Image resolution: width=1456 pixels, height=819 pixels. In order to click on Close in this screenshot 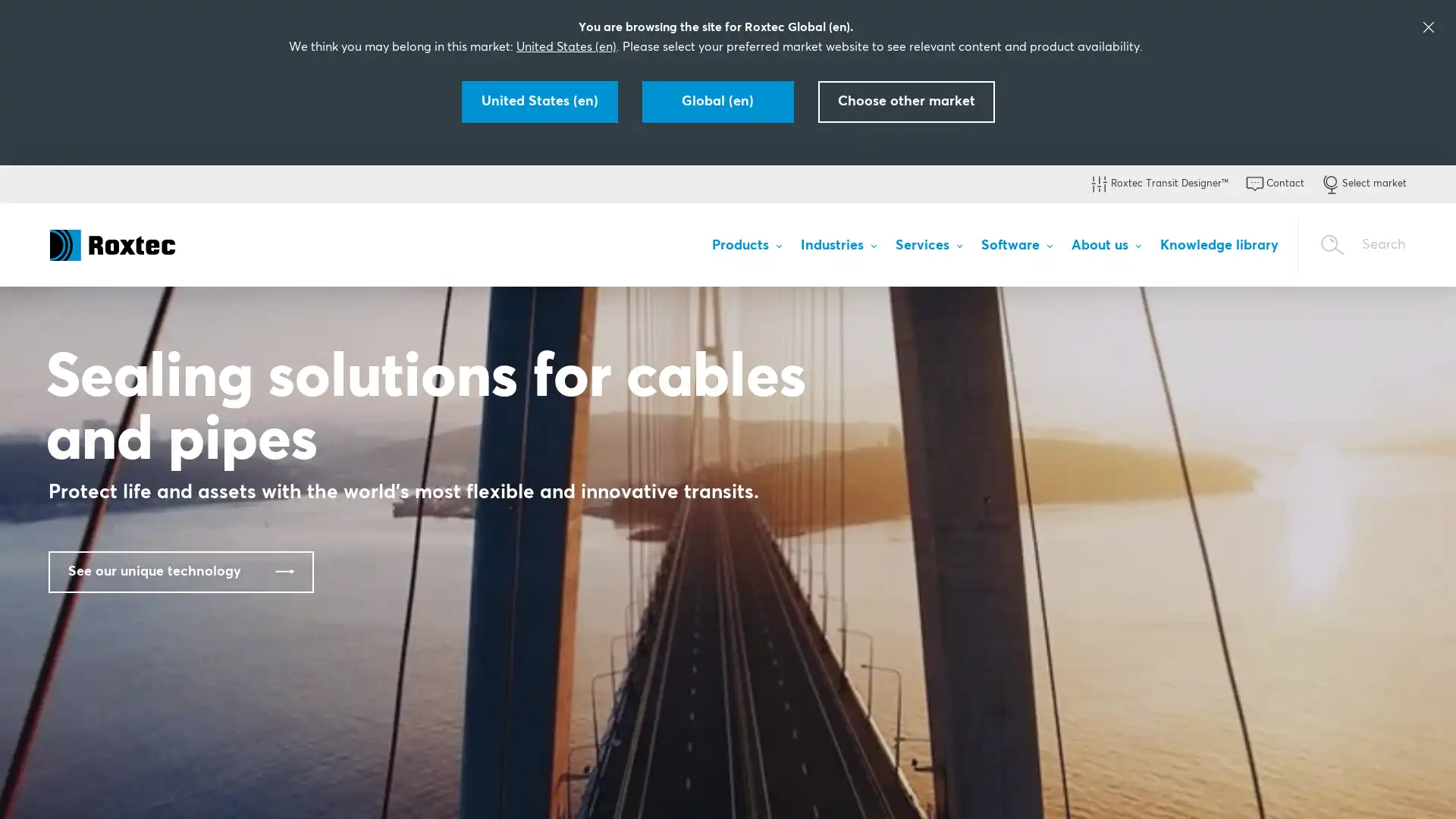, I will do `click(1430, 785)`.